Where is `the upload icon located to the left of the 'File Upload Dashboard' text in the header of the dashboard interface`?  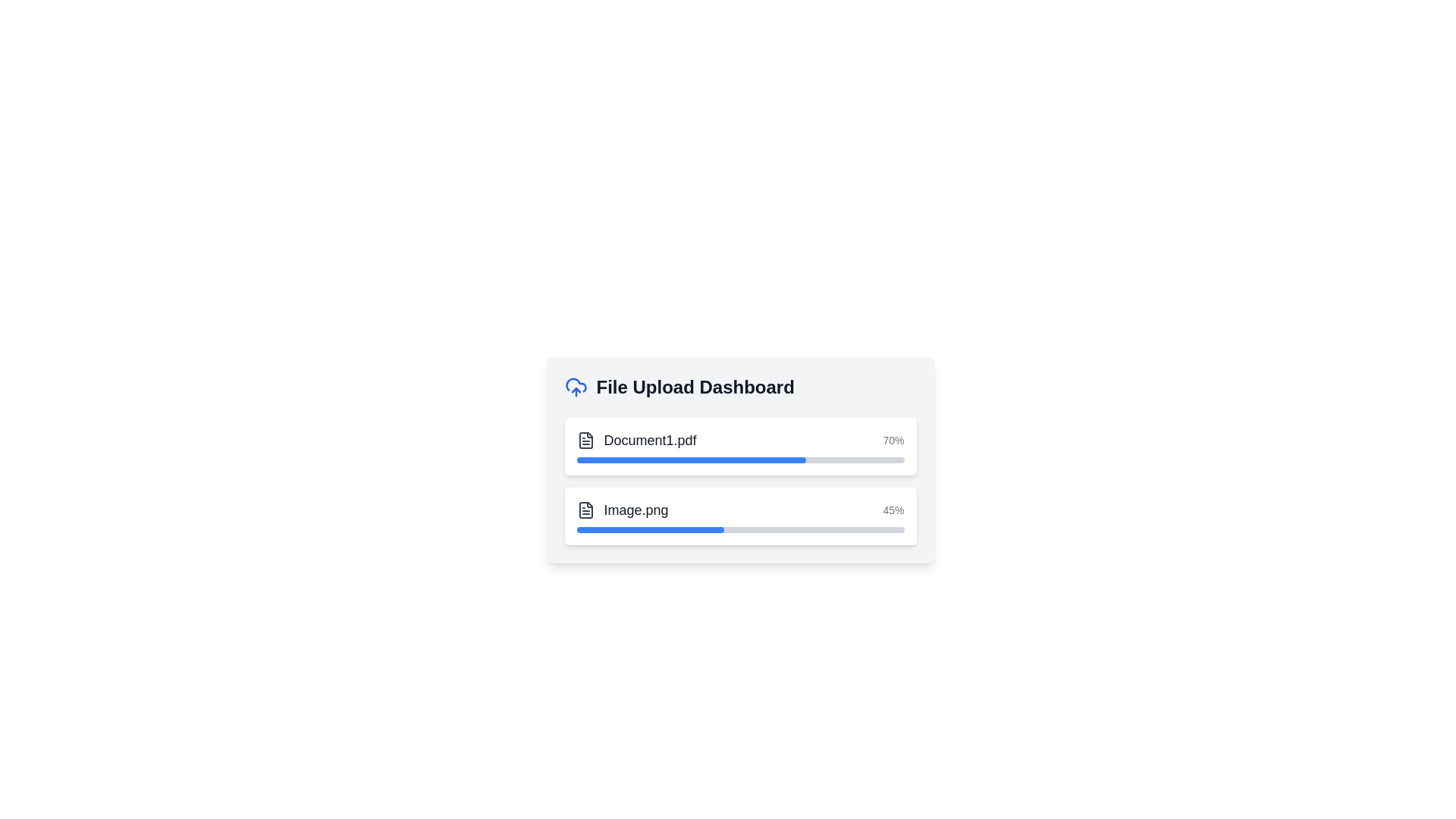 the upload icon located to the left of the 'File Upload Dashboard' text in the header of the dashboard interface is located at coordinates (575, 386).